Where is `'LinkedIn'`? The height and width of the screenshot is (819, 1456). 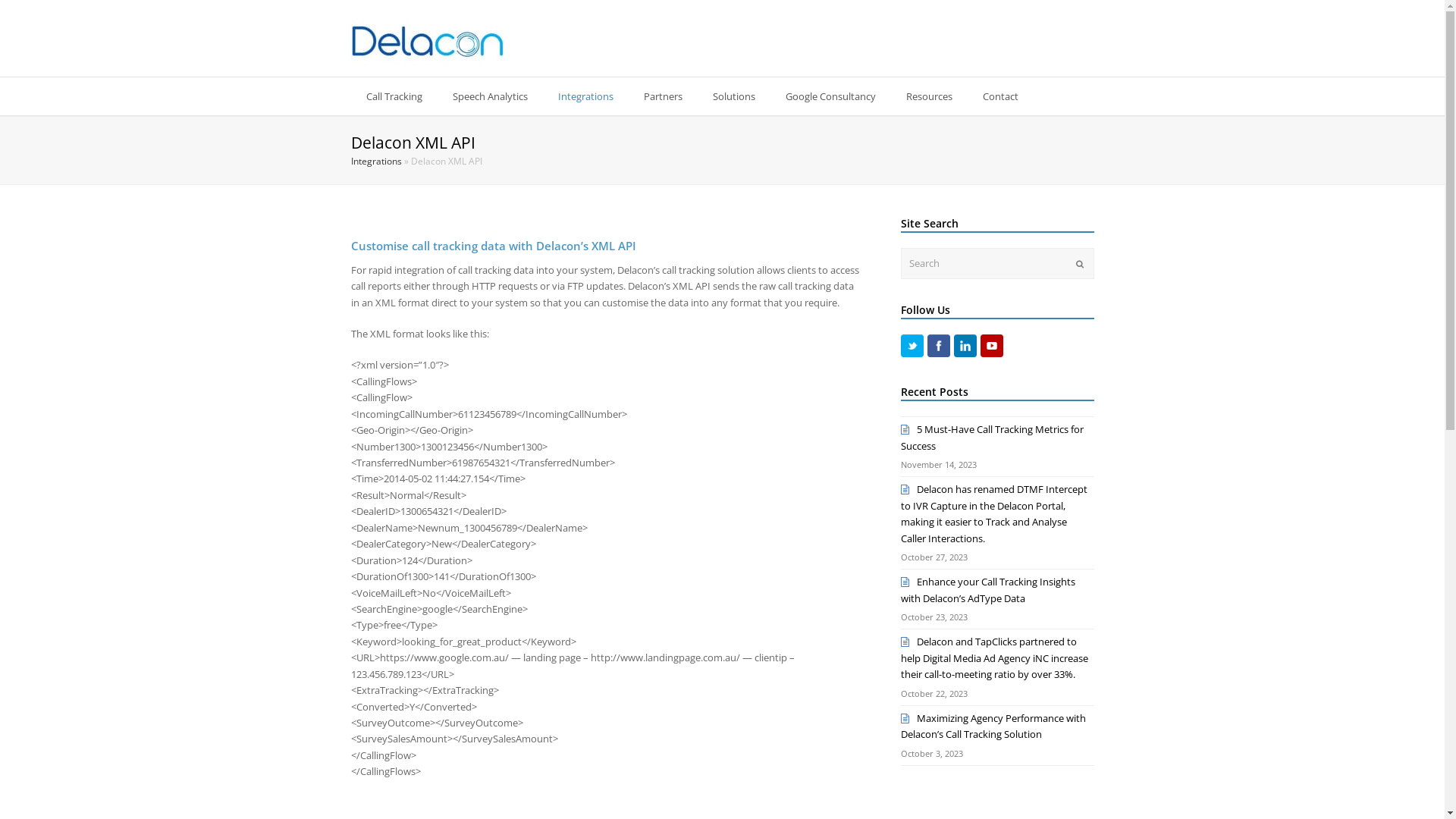 'LinkedIn' is located at coordinates (952, 345).